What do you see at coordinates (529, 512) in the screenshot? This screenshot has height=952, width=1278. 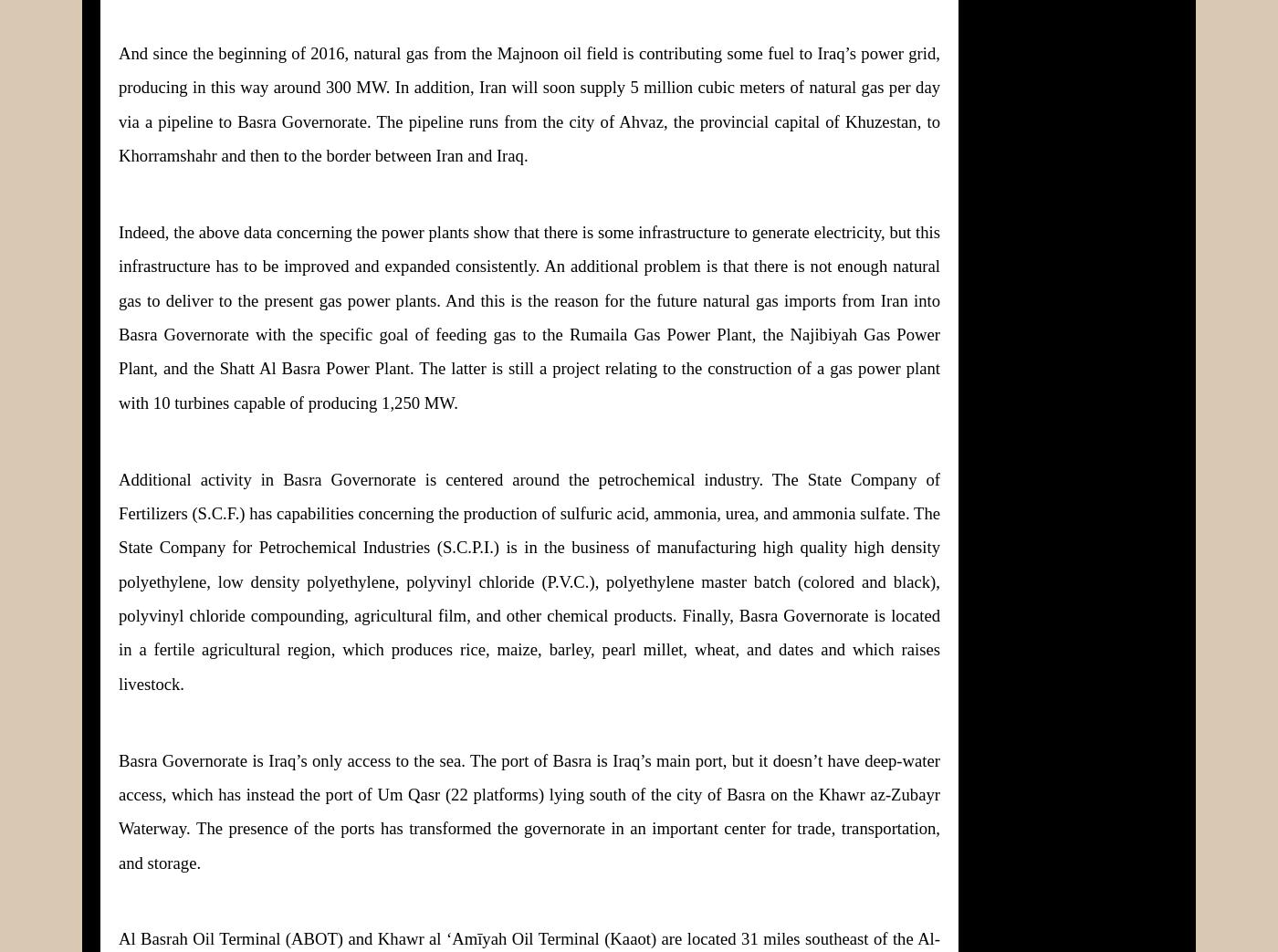 I see `'Additional
activity in Basra Governorate is centered around the petrochemical industry.
The State Company of Fertilizers (S.C.F.) has capabilities concerning the
production of sulfuric acid, ammonia, urea, and ammonia sulfate. The State
Company for Petrochemical Industries (S.C.P.I.) is in the business of
manufacturing high quality'` at bounding box center [529, 512].